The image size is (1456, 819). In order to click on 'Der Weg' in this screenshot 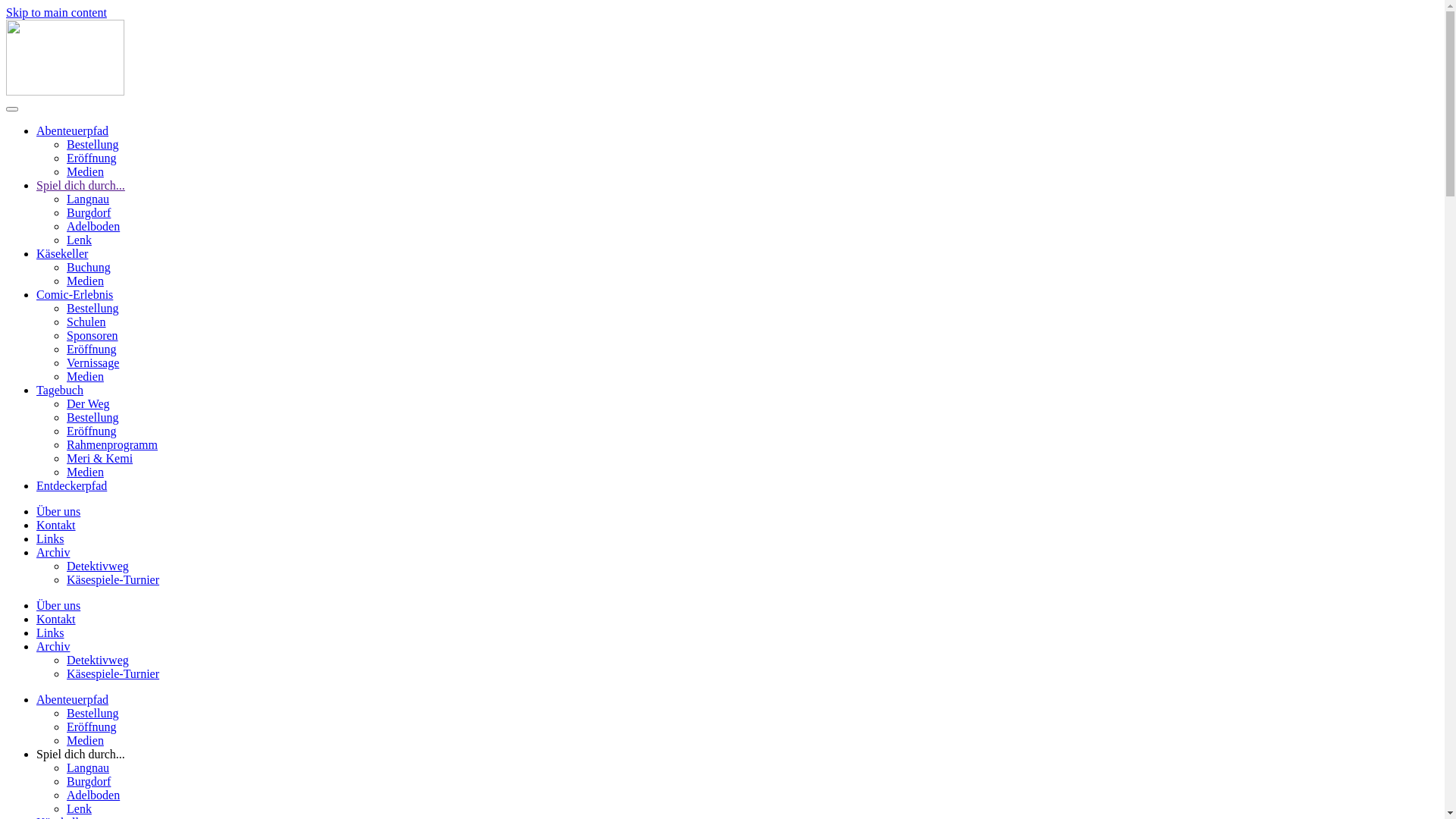, I will do `click(65, 403)`.